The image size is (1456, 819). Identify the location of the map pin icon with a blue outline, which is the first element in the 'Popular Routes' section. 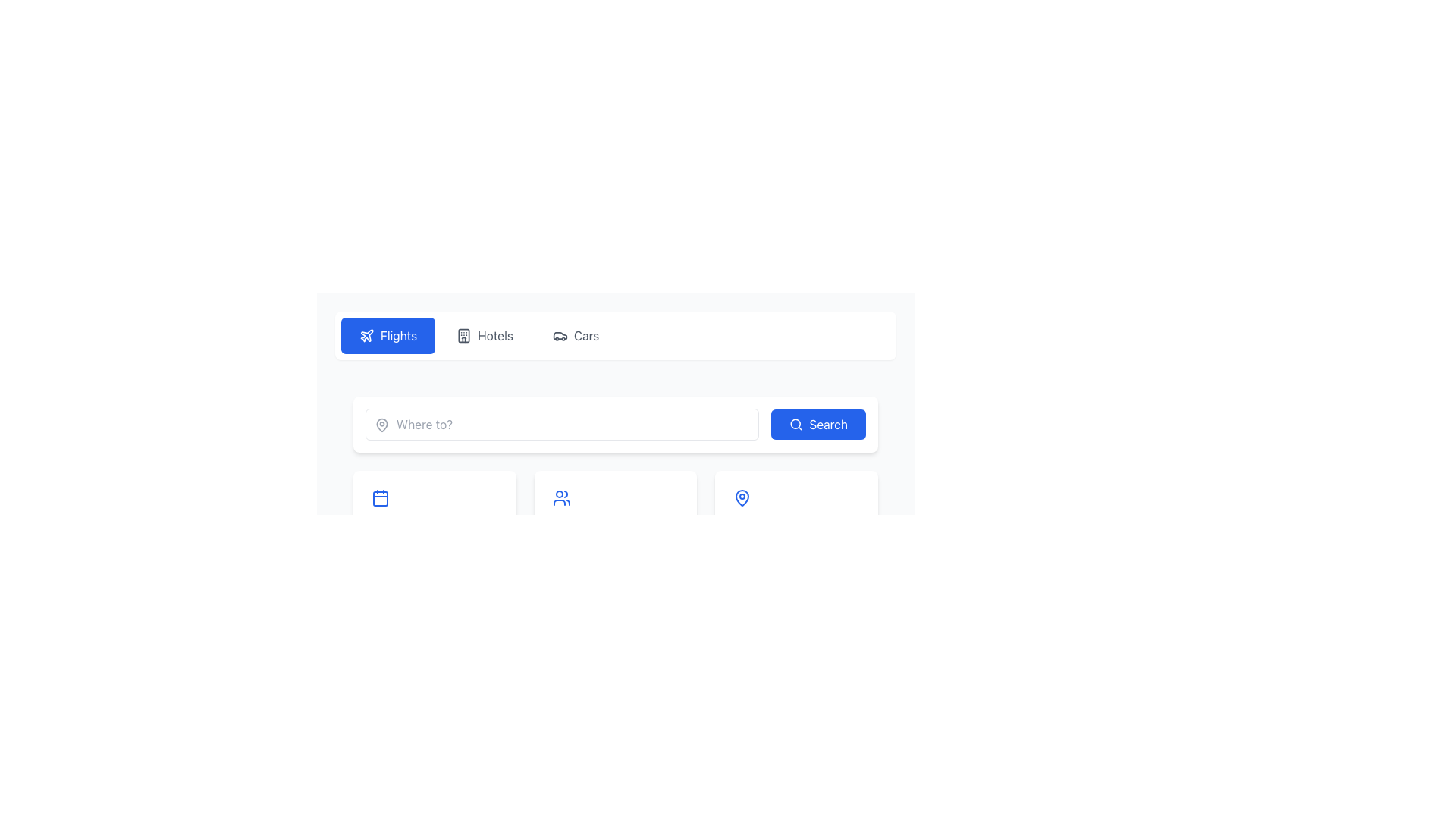
(742, 497).